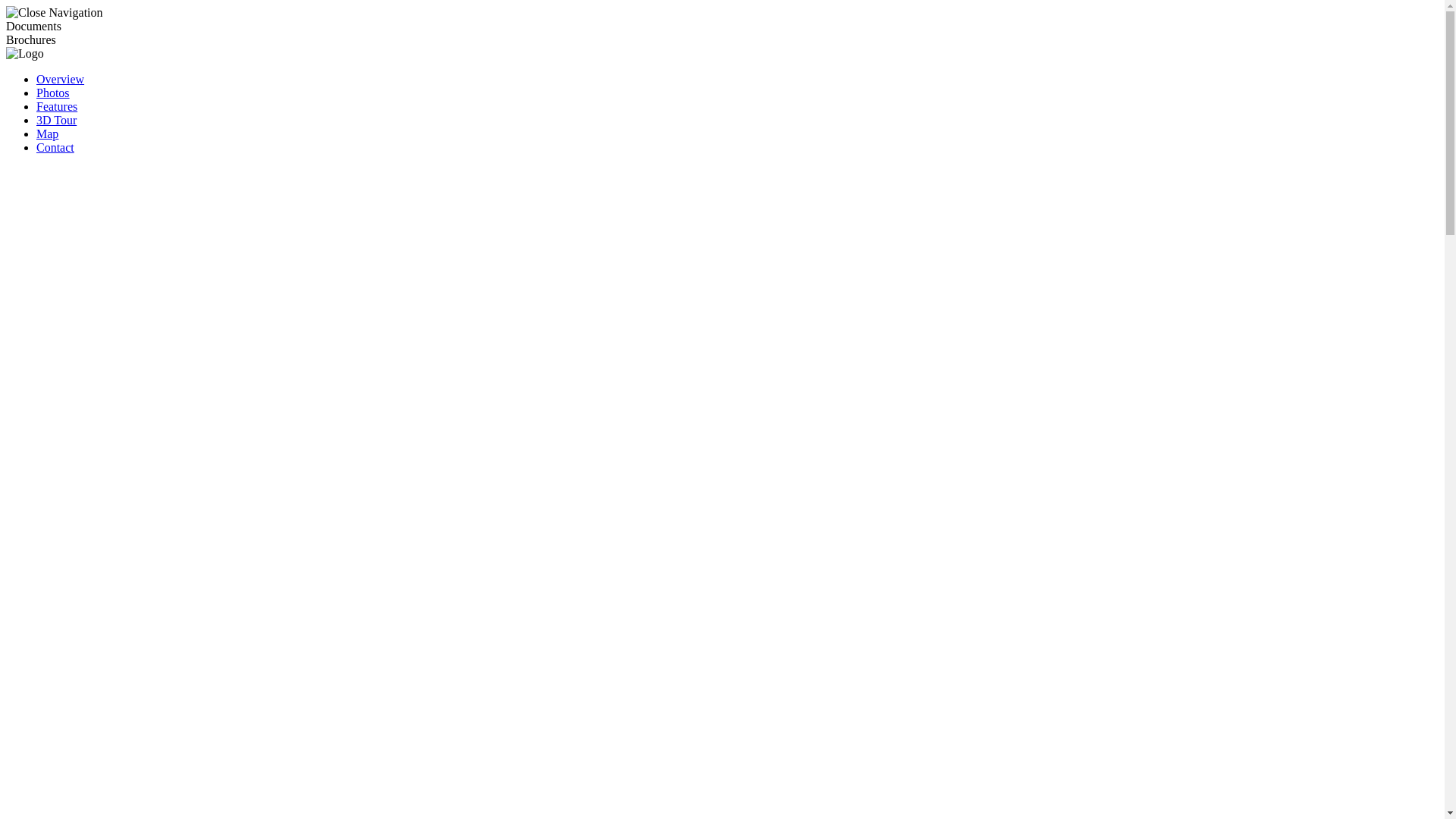 The height and width of the screenshot is (819, 1456). What do you see at coordinates (47, 133) in the screenshot?
I see `'Map'` at bounding box center [47, 133].